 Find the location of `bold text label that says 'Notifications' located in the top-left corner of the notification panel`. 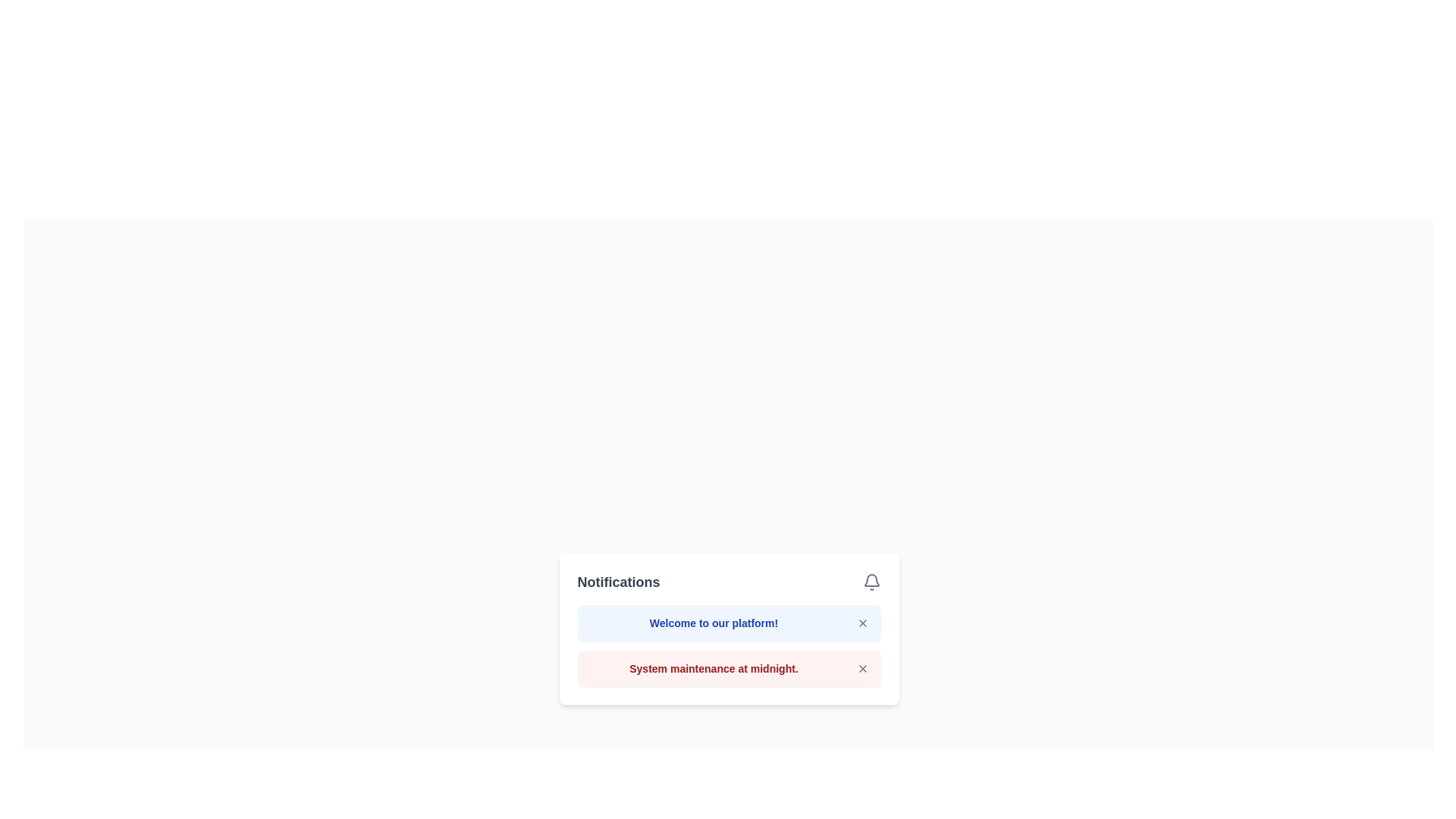

bold text label that says 'Notifications' located in the top-left corner of the notification panel is located at coordinates (619, 581).